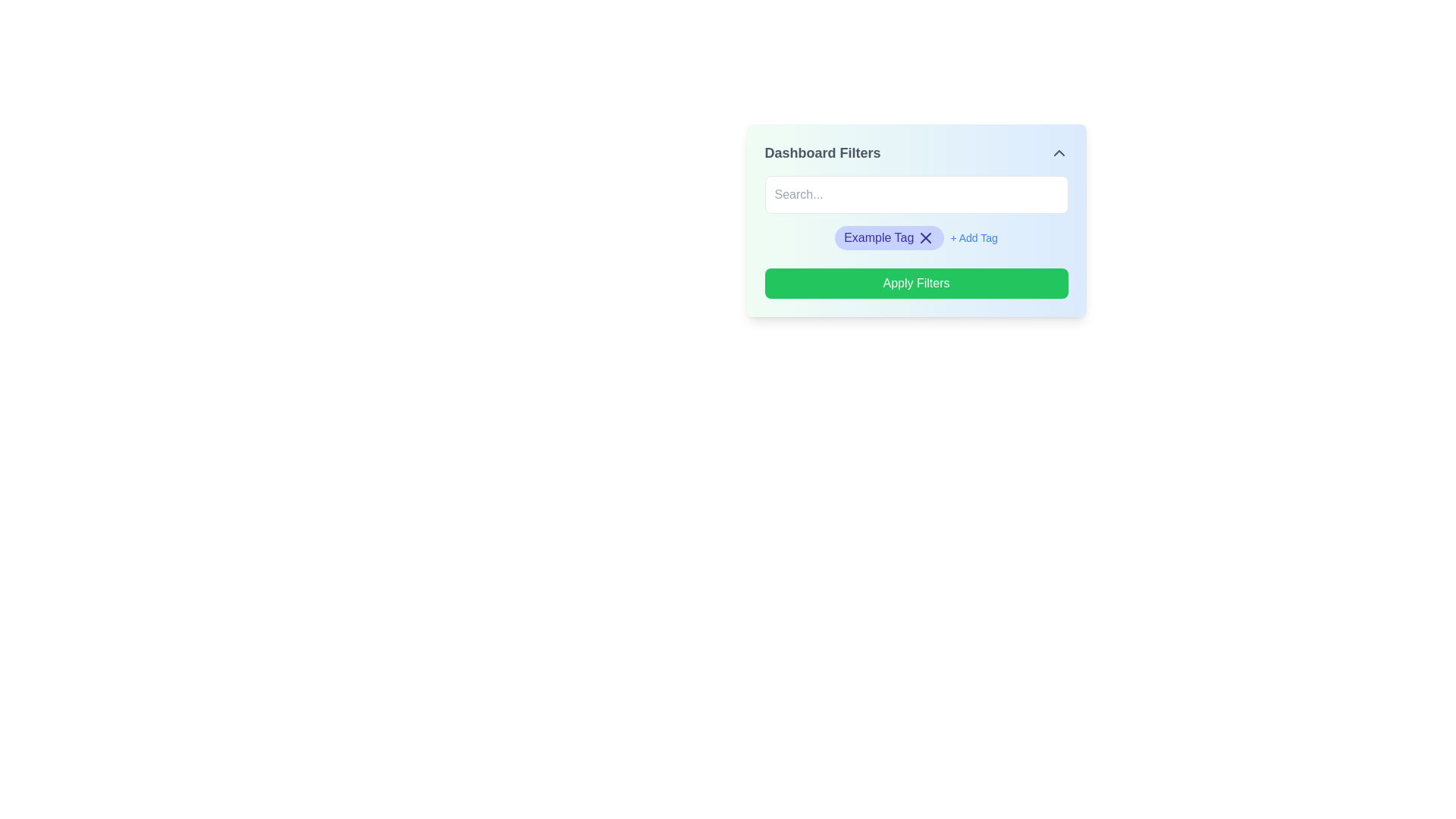 The image size is (1456, 819). Describe the element at coordinates (915, 284) in the screenshot. I see `the 'Apply Filters' button, which is a horizontally elongated rectangular button with a green background and white text, located at the bottom of the 'Dashboard Filters' section` at that location.